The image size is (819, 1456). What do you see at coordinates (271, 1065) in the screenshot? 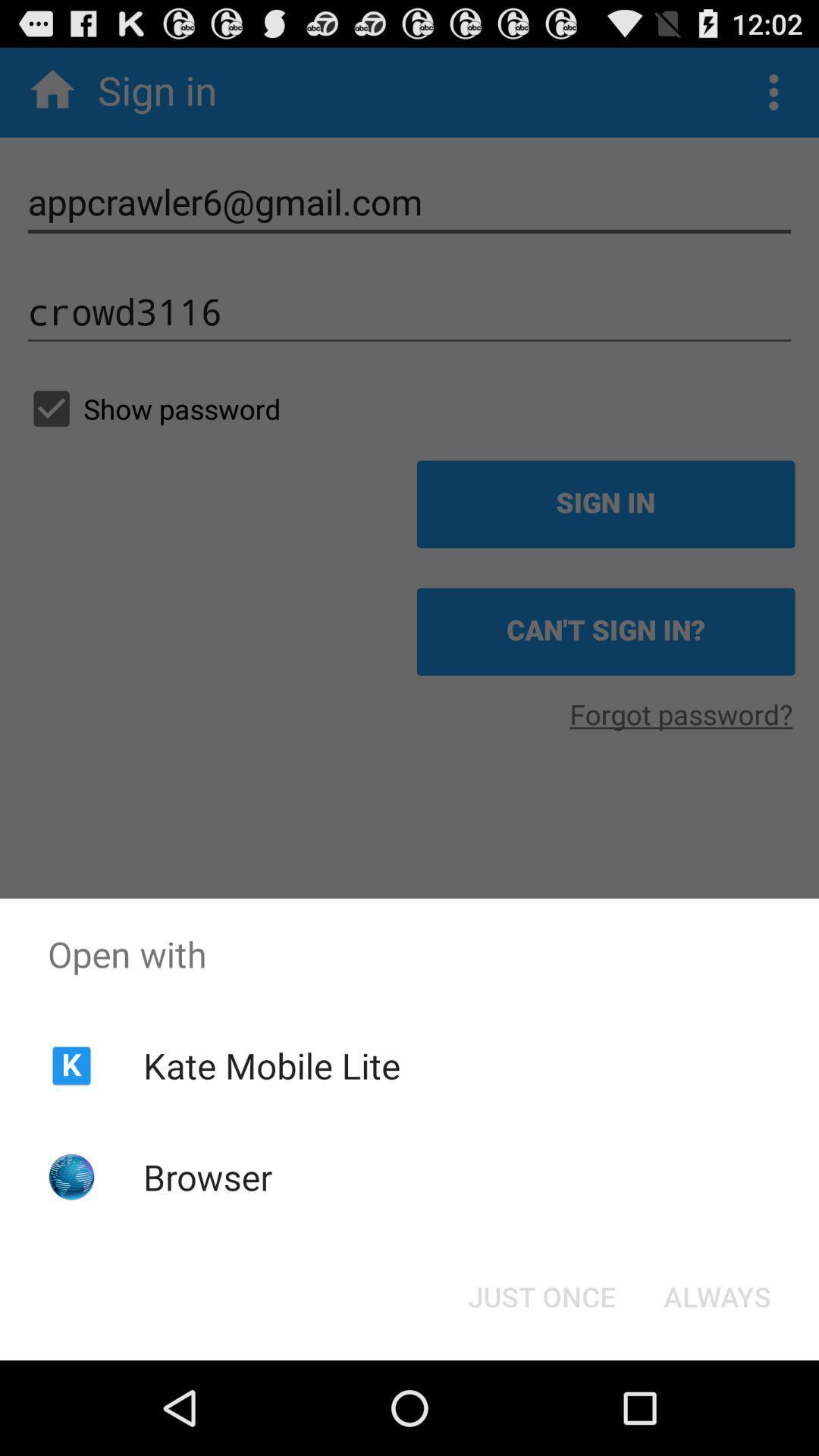
I see `kate mobile lite item` at bounding box center [271, 1065].